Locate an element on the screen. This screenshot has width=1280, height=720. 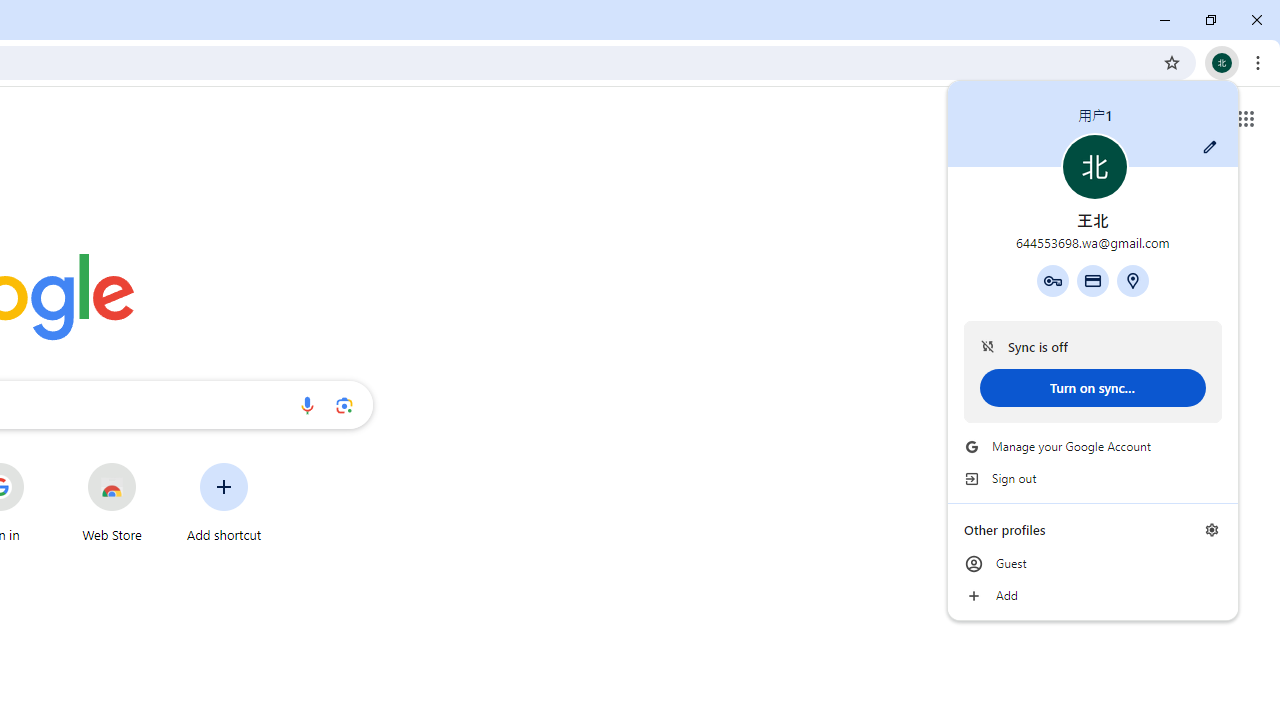
'Addresses and more' is located at coordinates (1133, 280).